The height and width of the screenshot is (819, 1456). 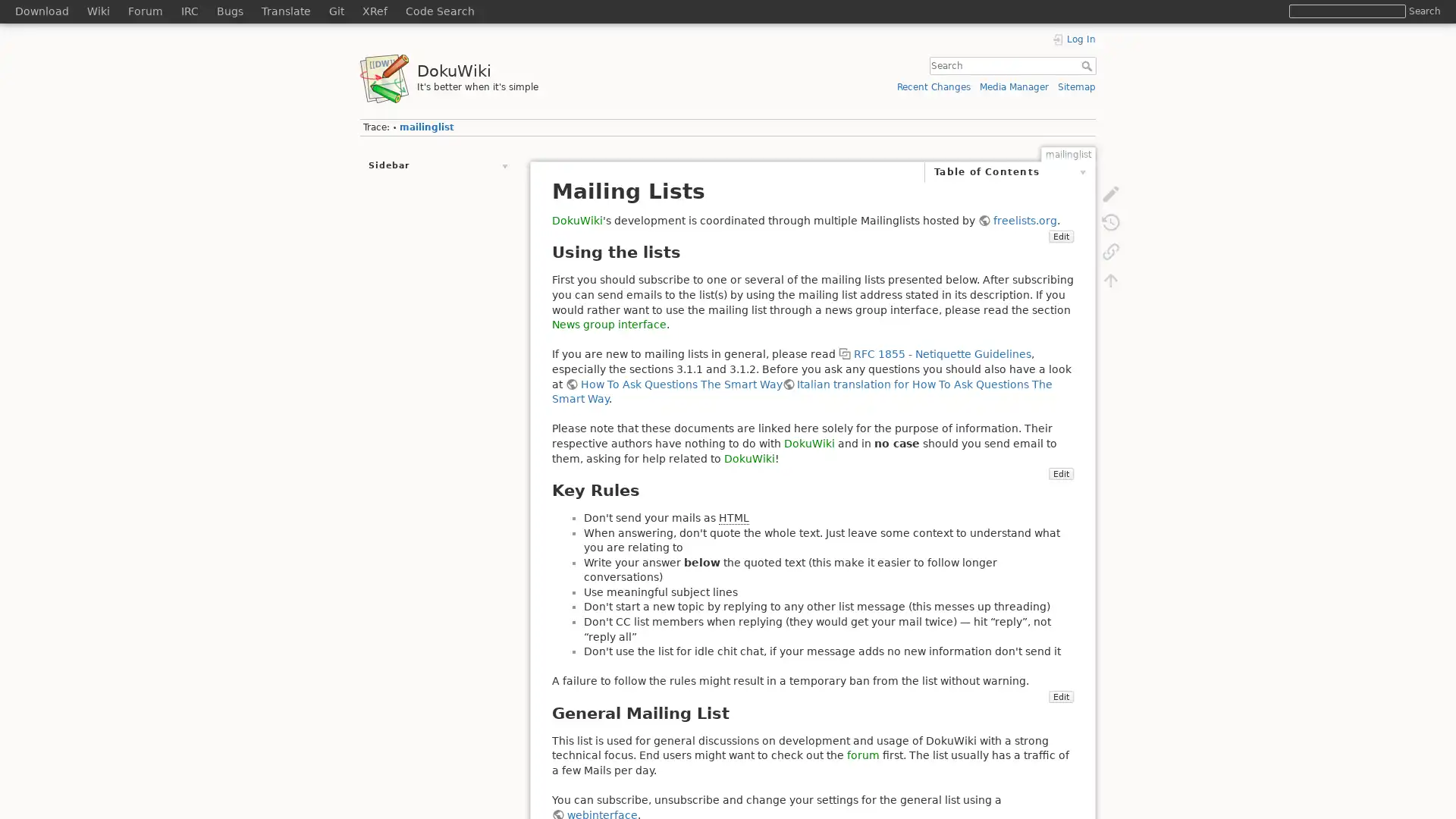 I want to click on Search, so click(x=1423, y=11).